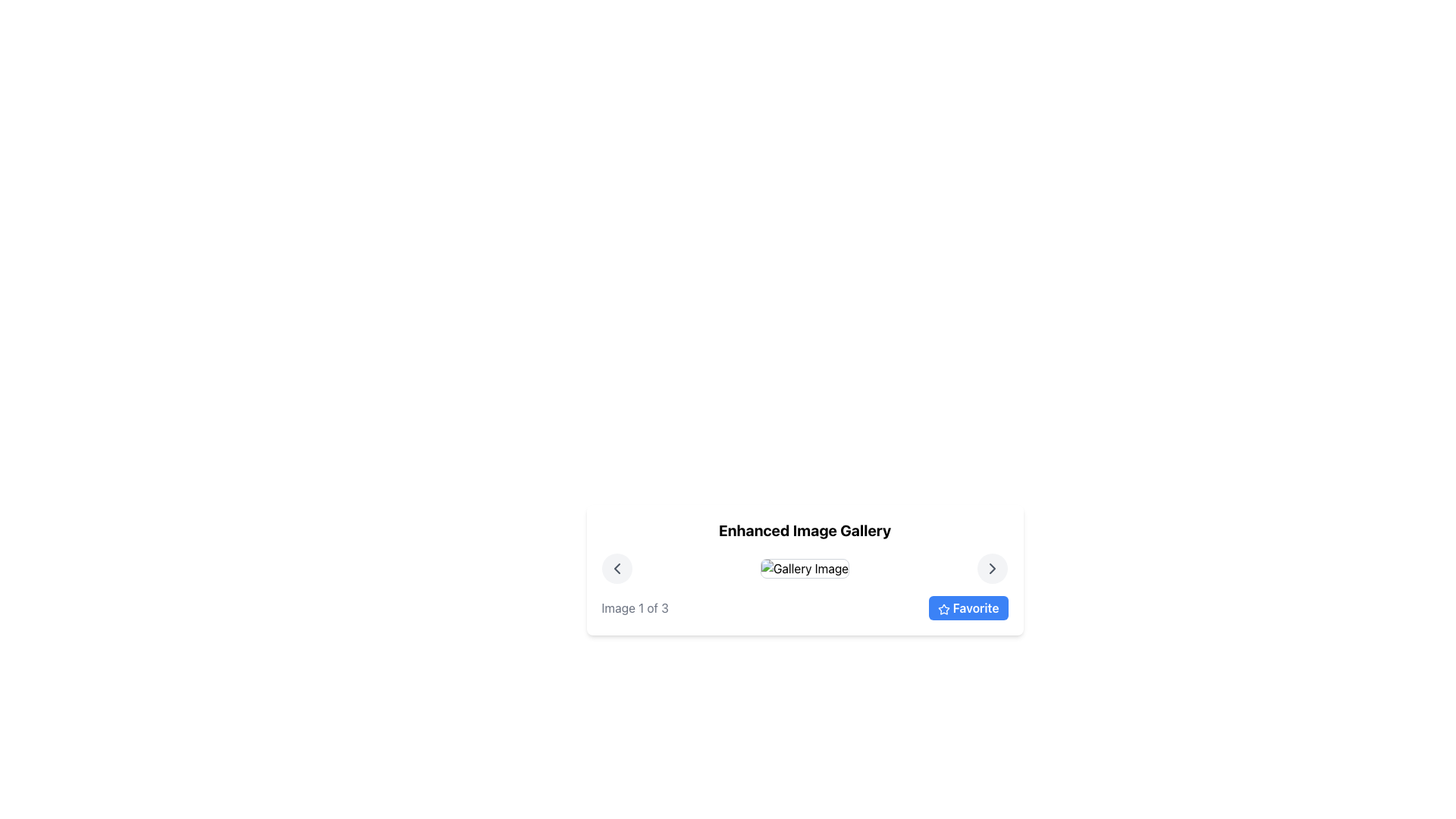 This screenshot has height=819, width=1456. I want to click on the button labeled 'Favorite' which contains a decorative star icon, located on the right side of the gallery interface, so click(943, 608).